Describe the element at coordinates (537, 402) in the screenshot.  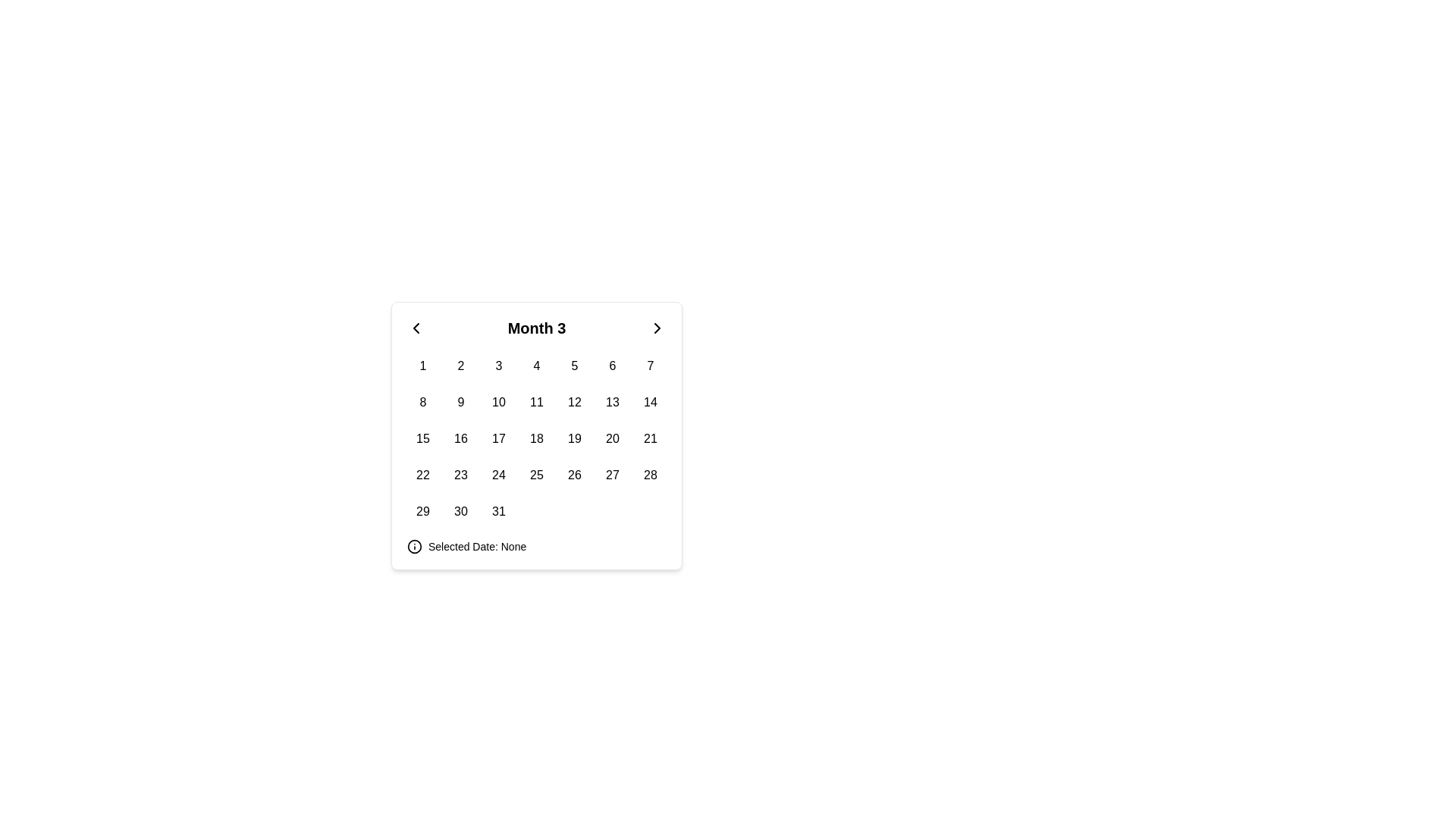
I see `the button representing the 11th day of the current month in the calendar interface` at that location.